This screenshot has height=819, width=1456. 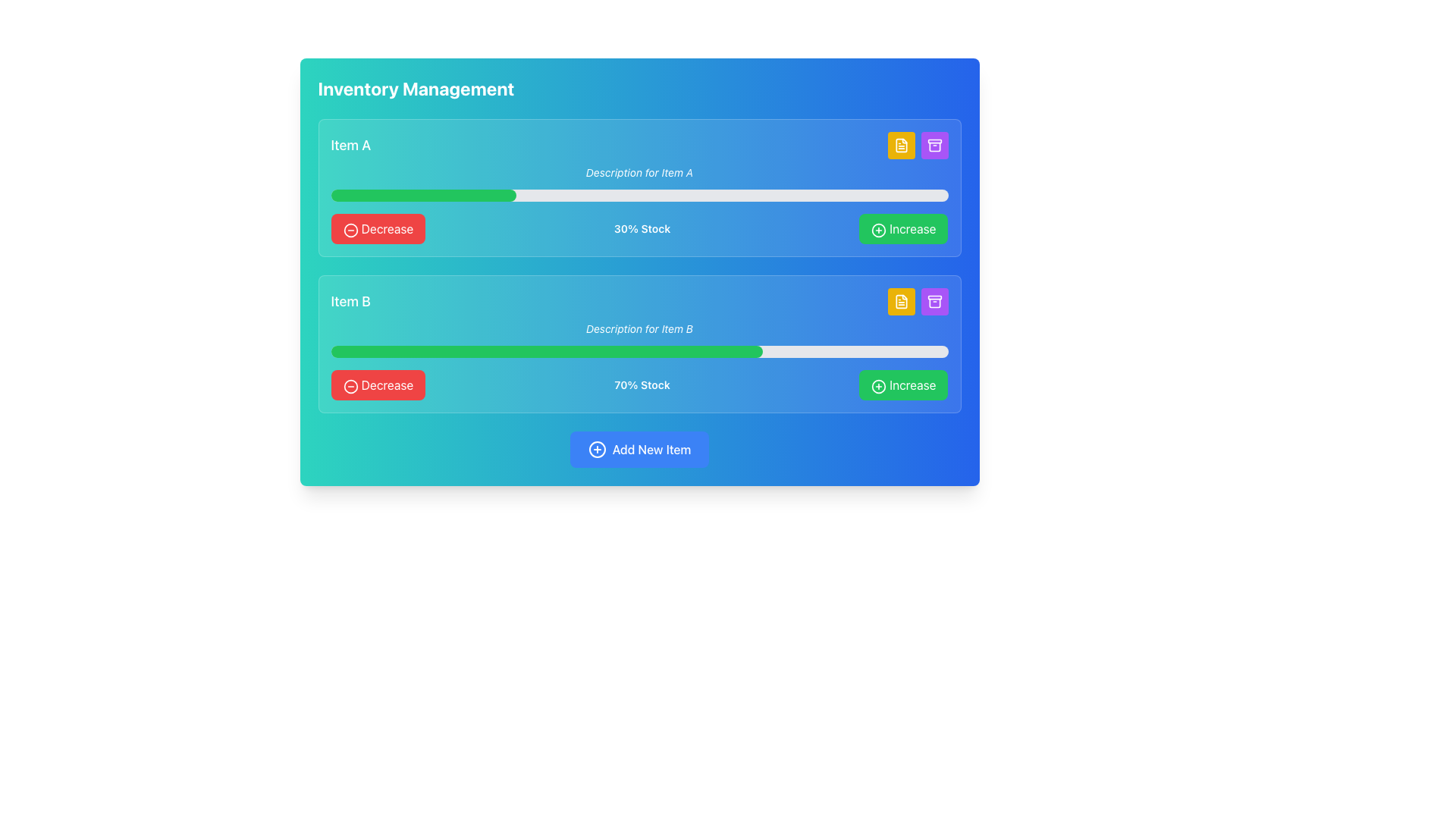 What do you see at coordinates (901, 146) in the screenshot?
I see `the file or text document icon located in the top-right corner of the card for 'Item A', which is adjacent to the purple trash can icon and above the green 'Increase' button` at bounding box center [901, 146].